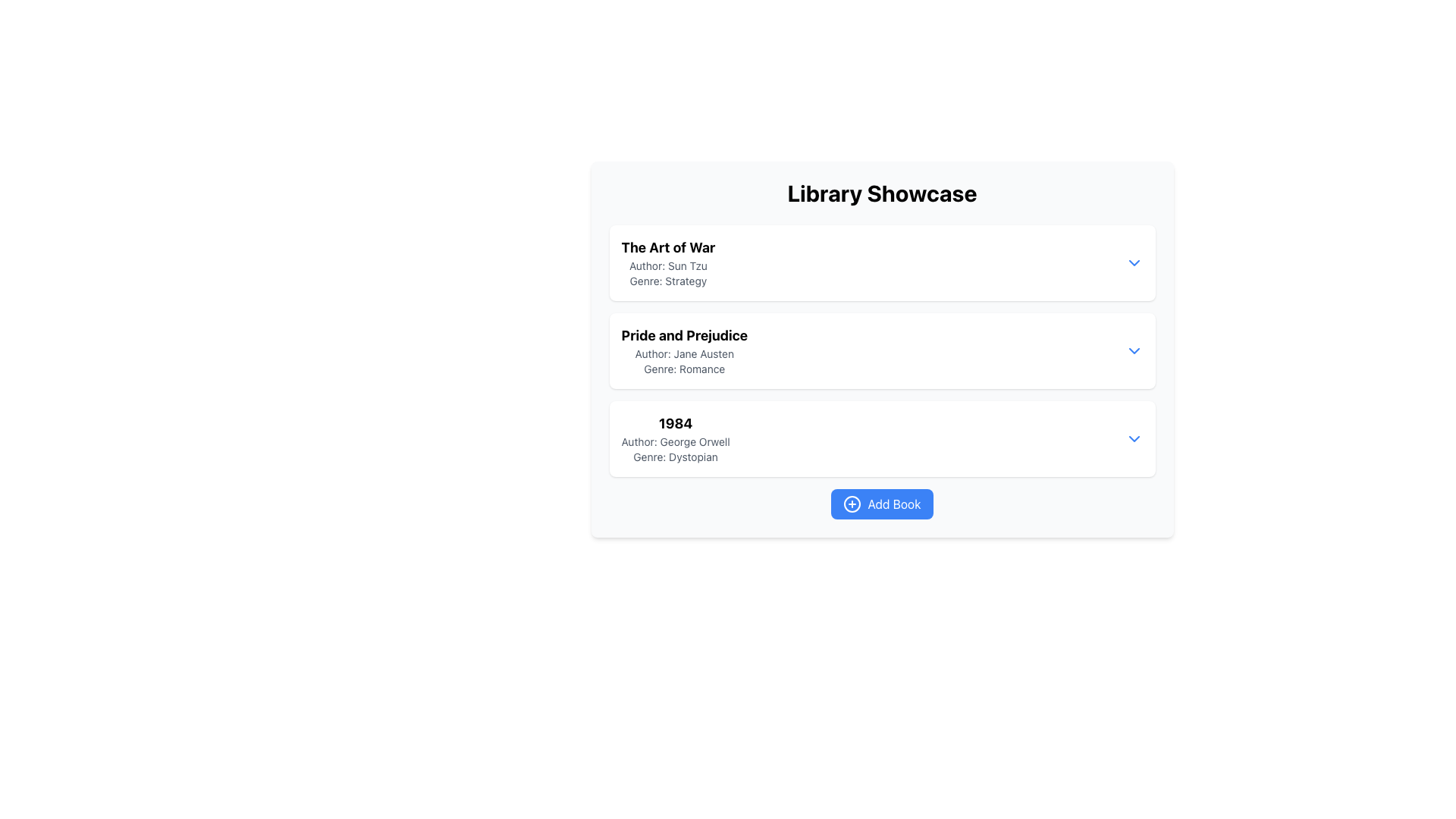 Image resolution: width=1456 pixels, height=819 pixels. What do you see at coordinates (675, 441) in the screenshot?
I see `the Text label displaying the author's name for the book '1984', which is positioned below the title and above the genre descriptor 'Genre: Dystopian'` at bounding box center [675, 441].